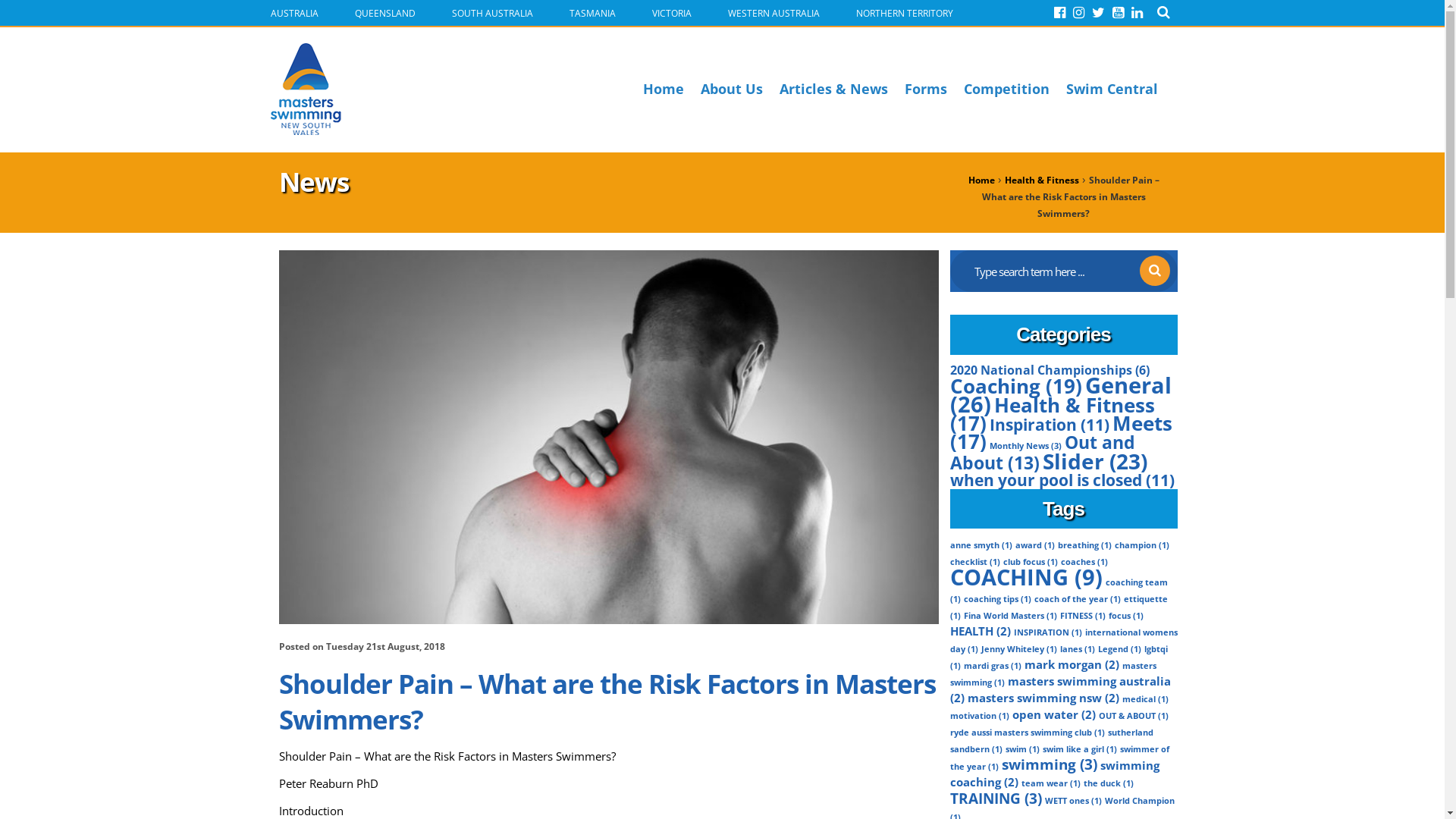  Describe the element at coordinates (1012, 632) in the screenshot. I see `'INSPIRATION (1)'` at that location.